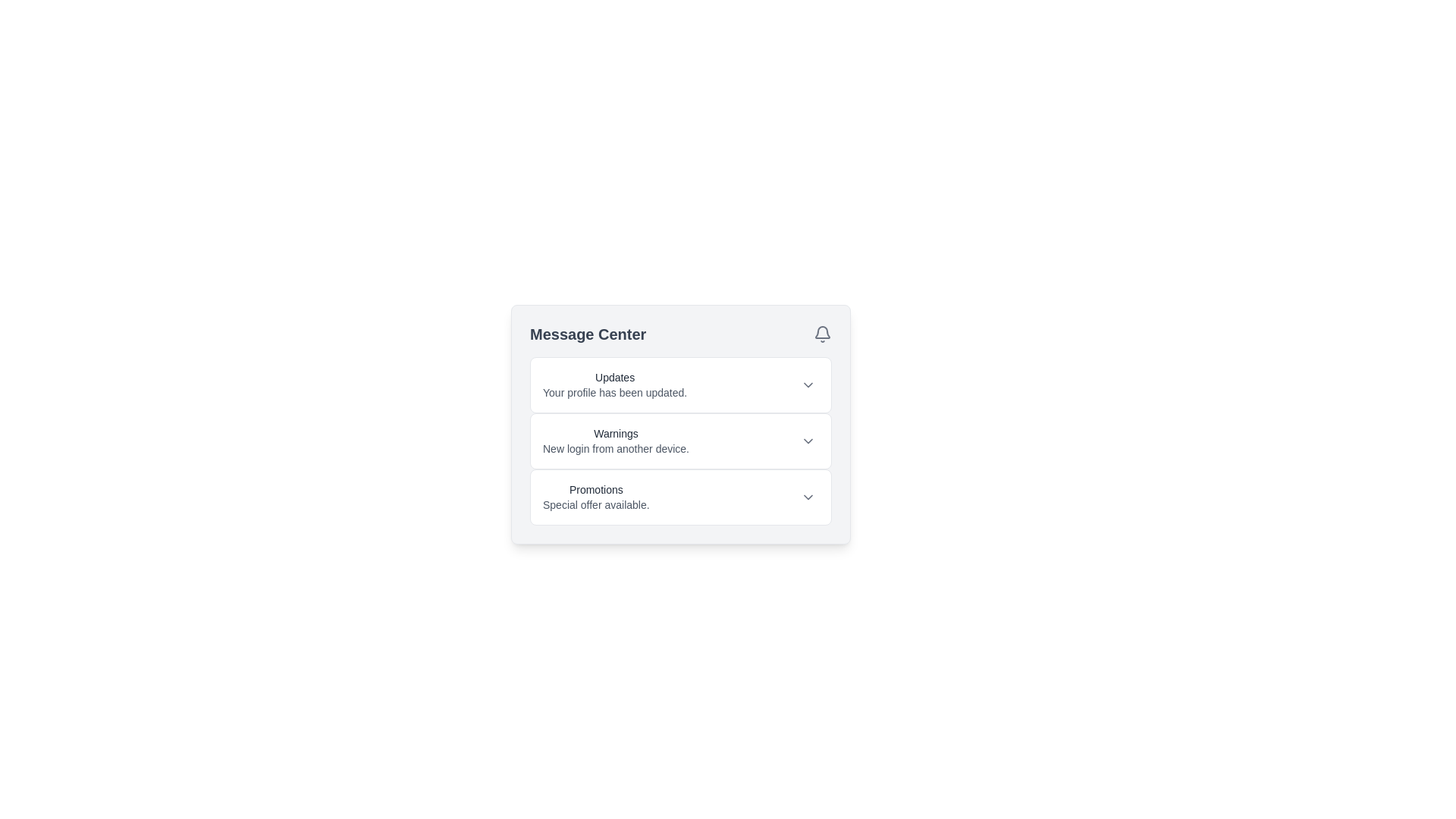  Describe the element at coordinates (679, 441) in the screenshot. I see `the downward arrow icon of the 'Warnings' expandable notification item` at that location.